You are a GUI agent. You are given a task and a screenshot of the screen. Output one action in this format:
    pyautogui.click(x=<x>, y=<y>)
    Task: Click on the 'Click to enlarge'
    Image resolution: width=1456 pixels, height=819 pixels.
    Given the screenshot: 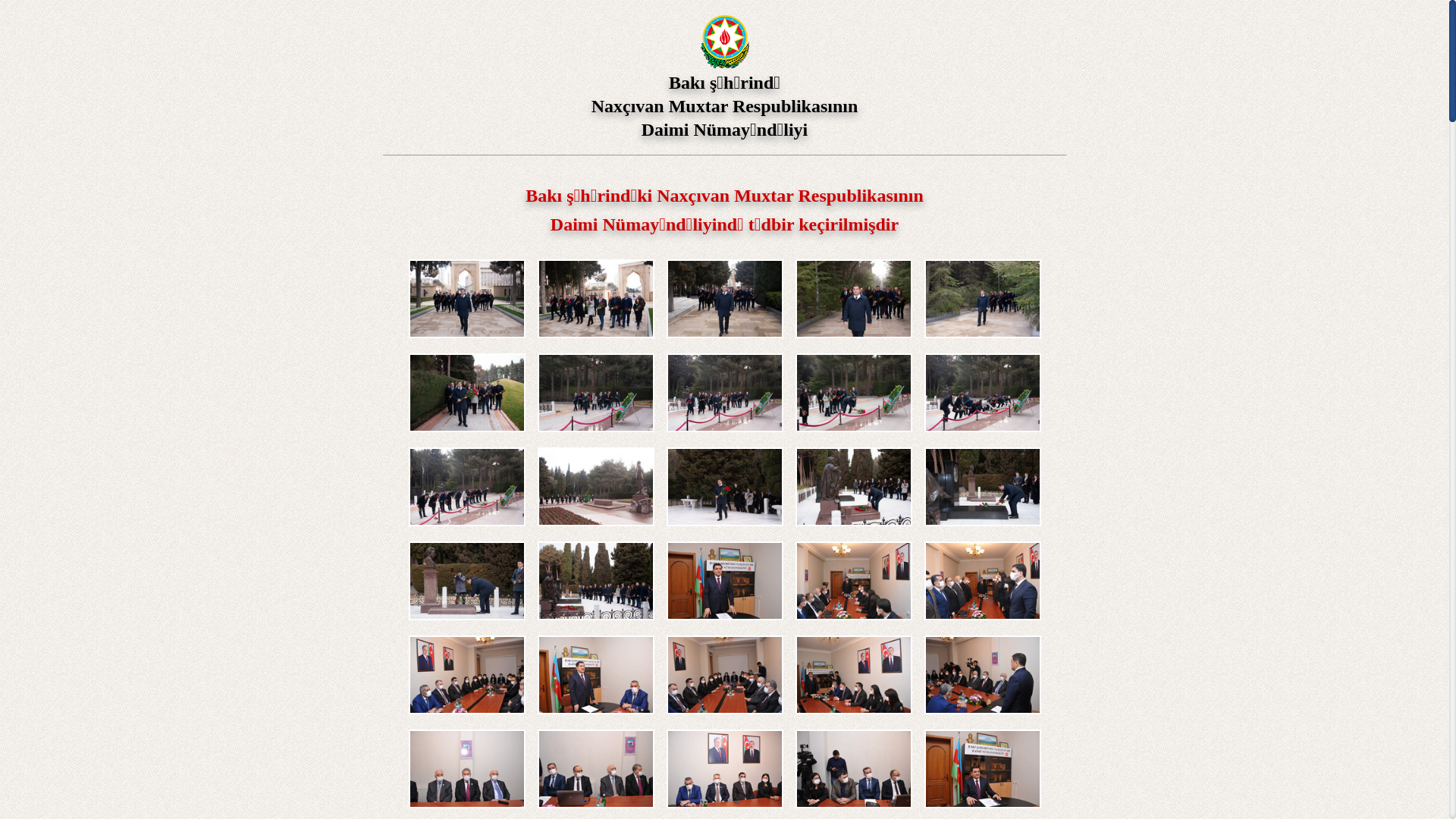 What is the action you would take?
    pyautogui.click(x=793, y=674)
    